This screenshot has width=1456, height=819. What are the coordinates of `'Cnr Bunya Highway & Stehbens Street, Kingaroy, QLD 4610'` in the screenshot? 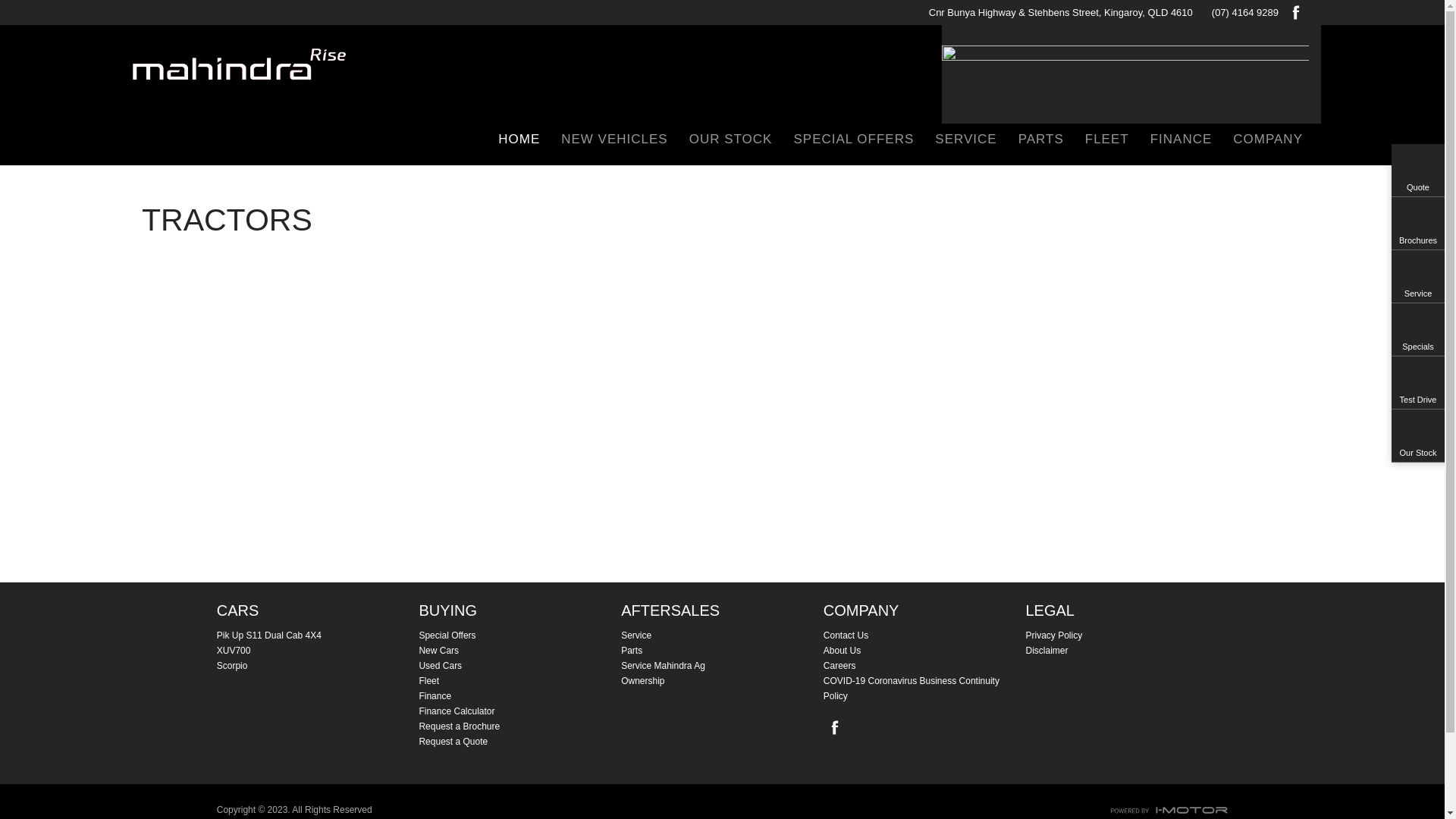 It's located at (1053, 12).